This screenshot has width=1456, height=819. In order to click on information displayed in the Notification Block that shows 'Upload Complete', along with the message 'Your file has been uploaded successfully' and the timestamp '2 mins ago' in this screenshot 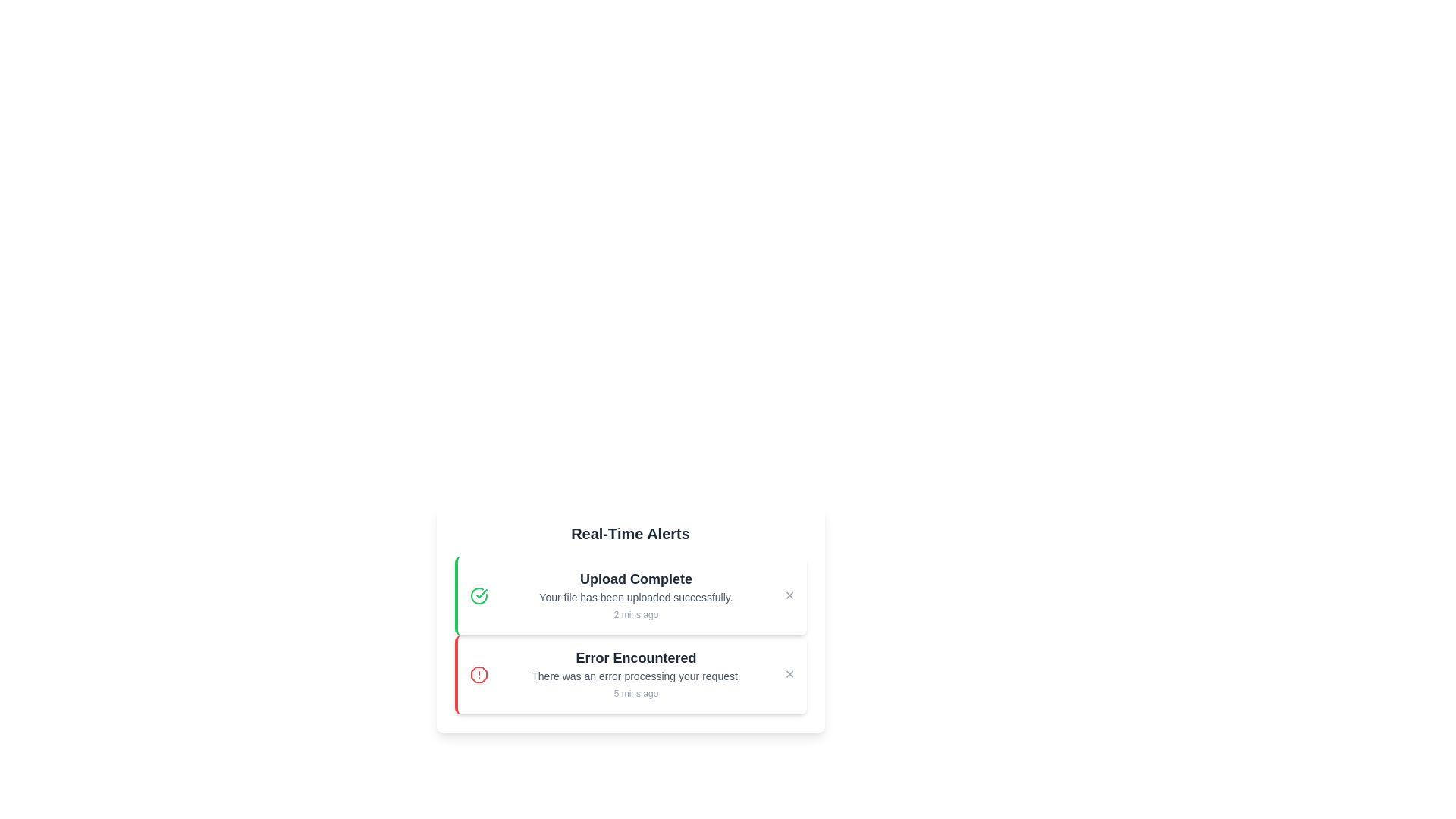, I will do `click(636, 595)`.